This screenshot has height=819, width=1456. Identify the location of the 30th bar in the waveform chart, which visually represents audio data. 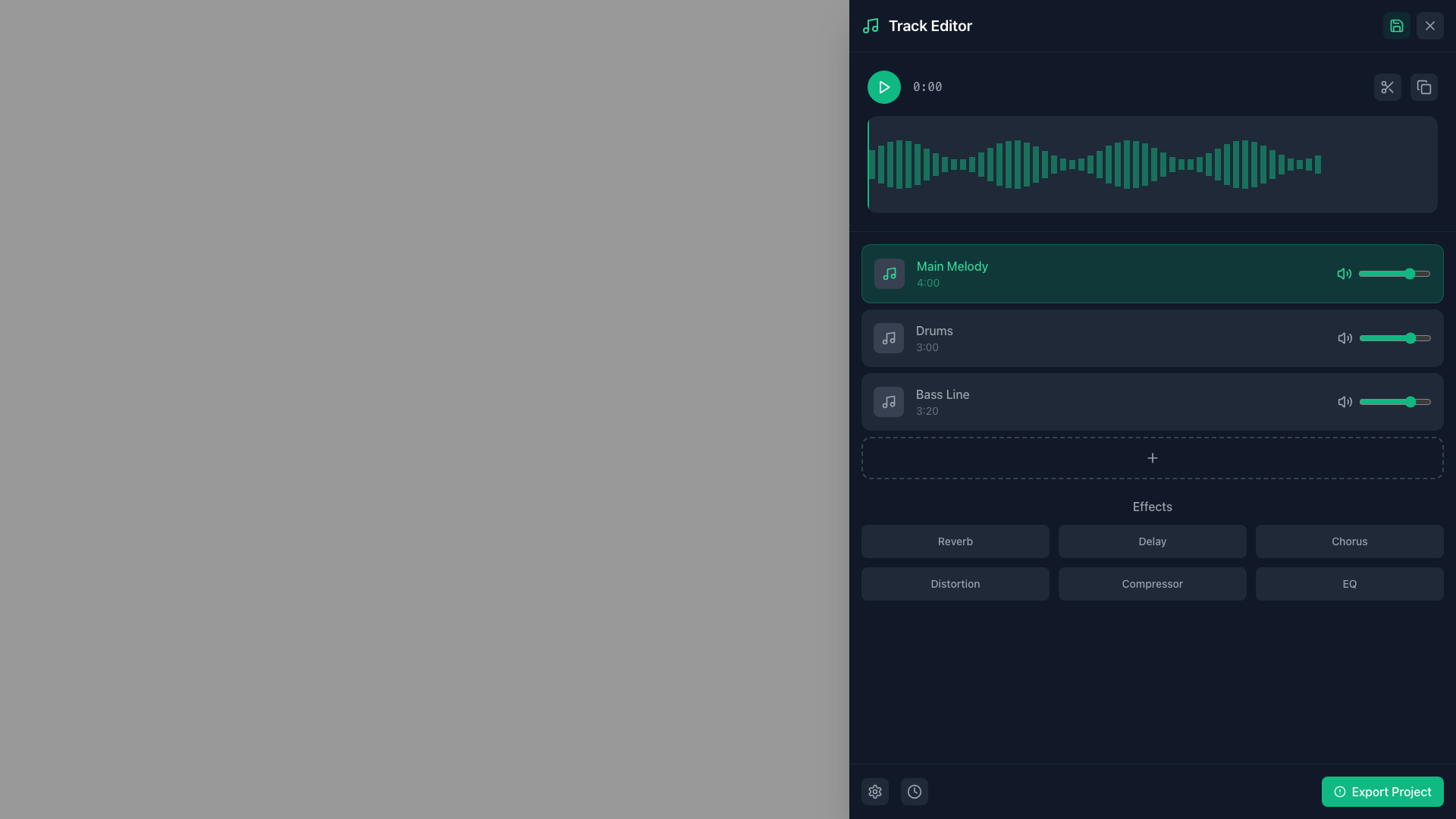
(1135, 164).